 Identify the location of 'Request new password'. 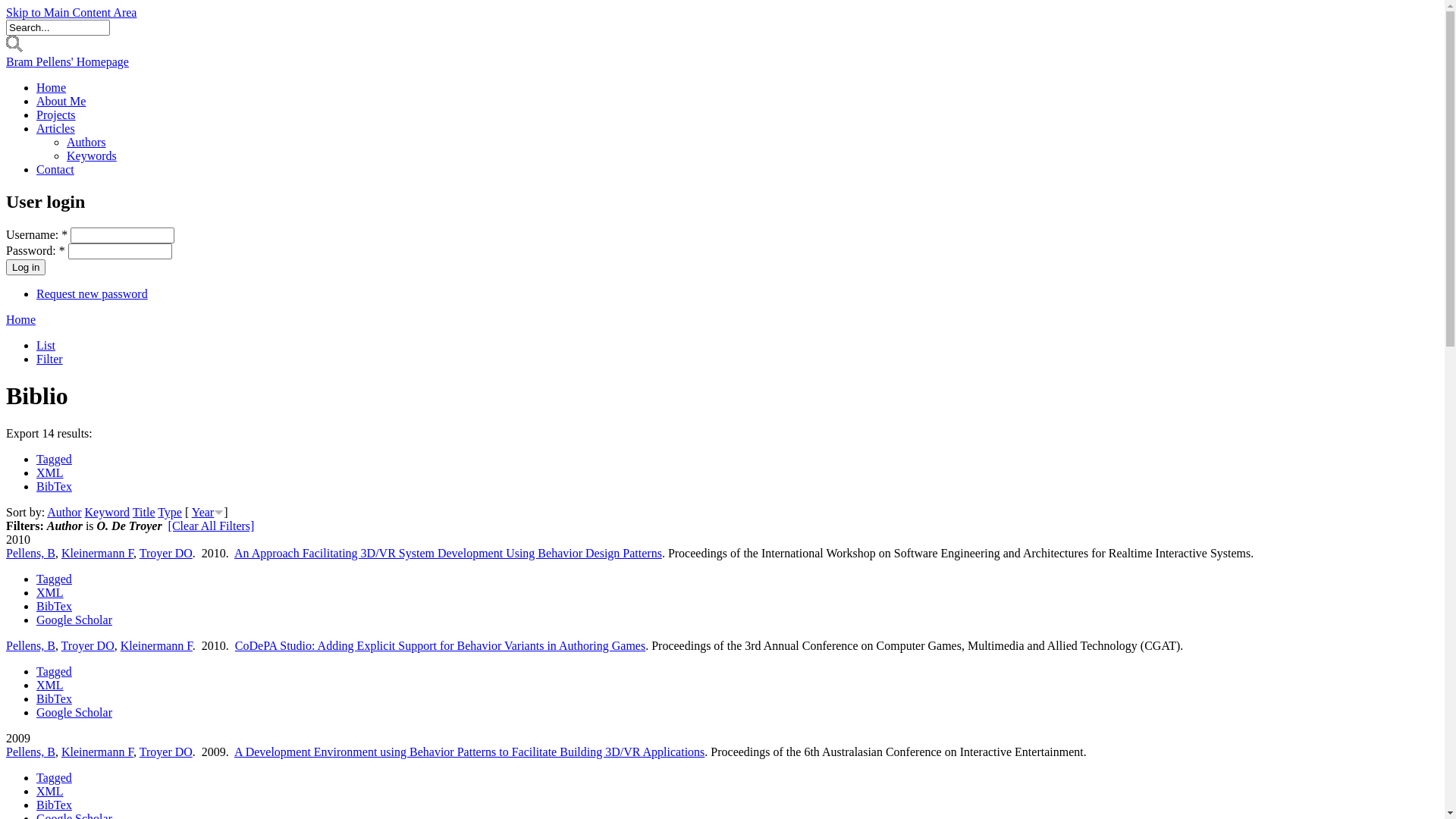
(91, 293).